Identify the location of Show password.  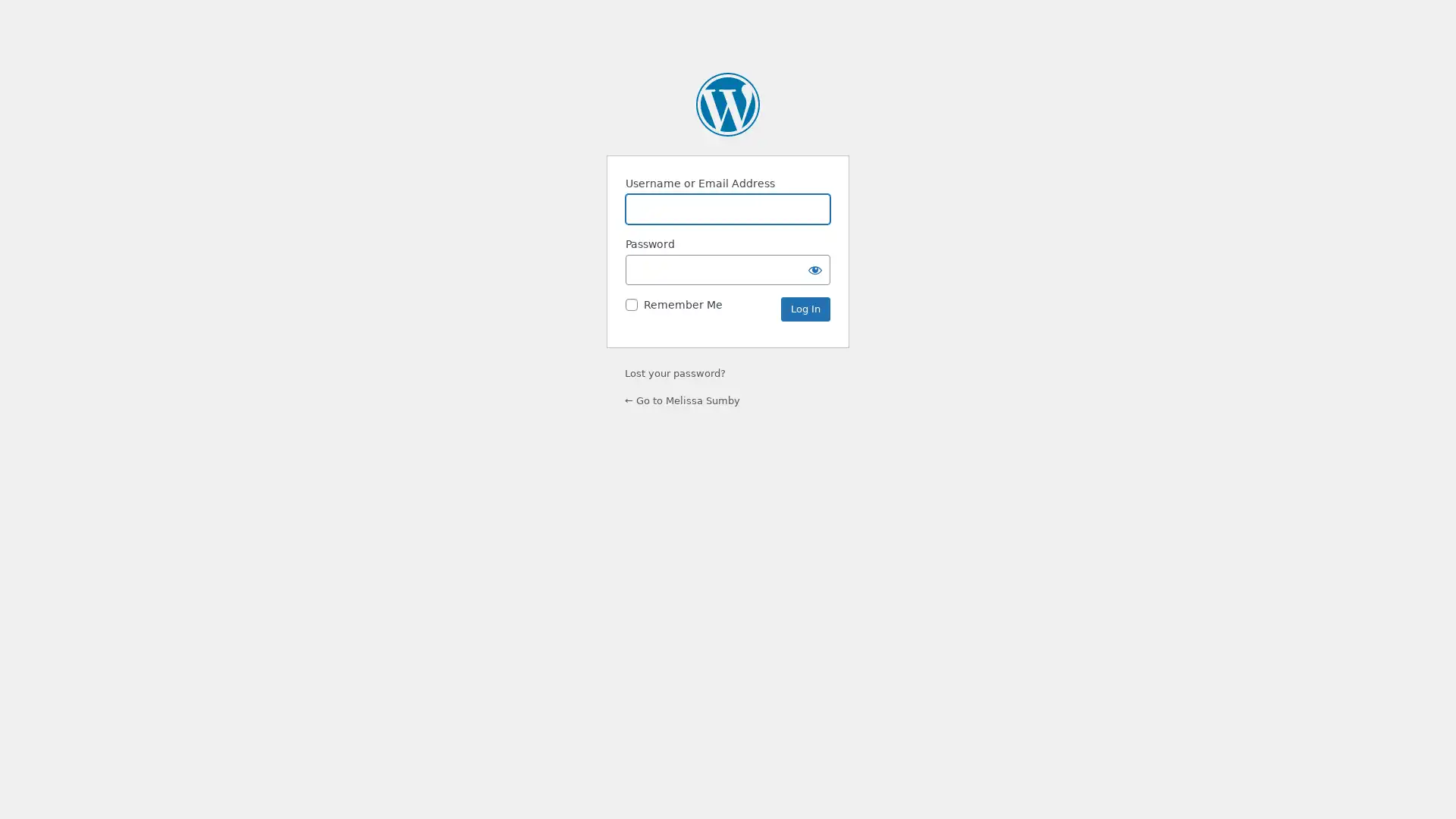
(814, 268).